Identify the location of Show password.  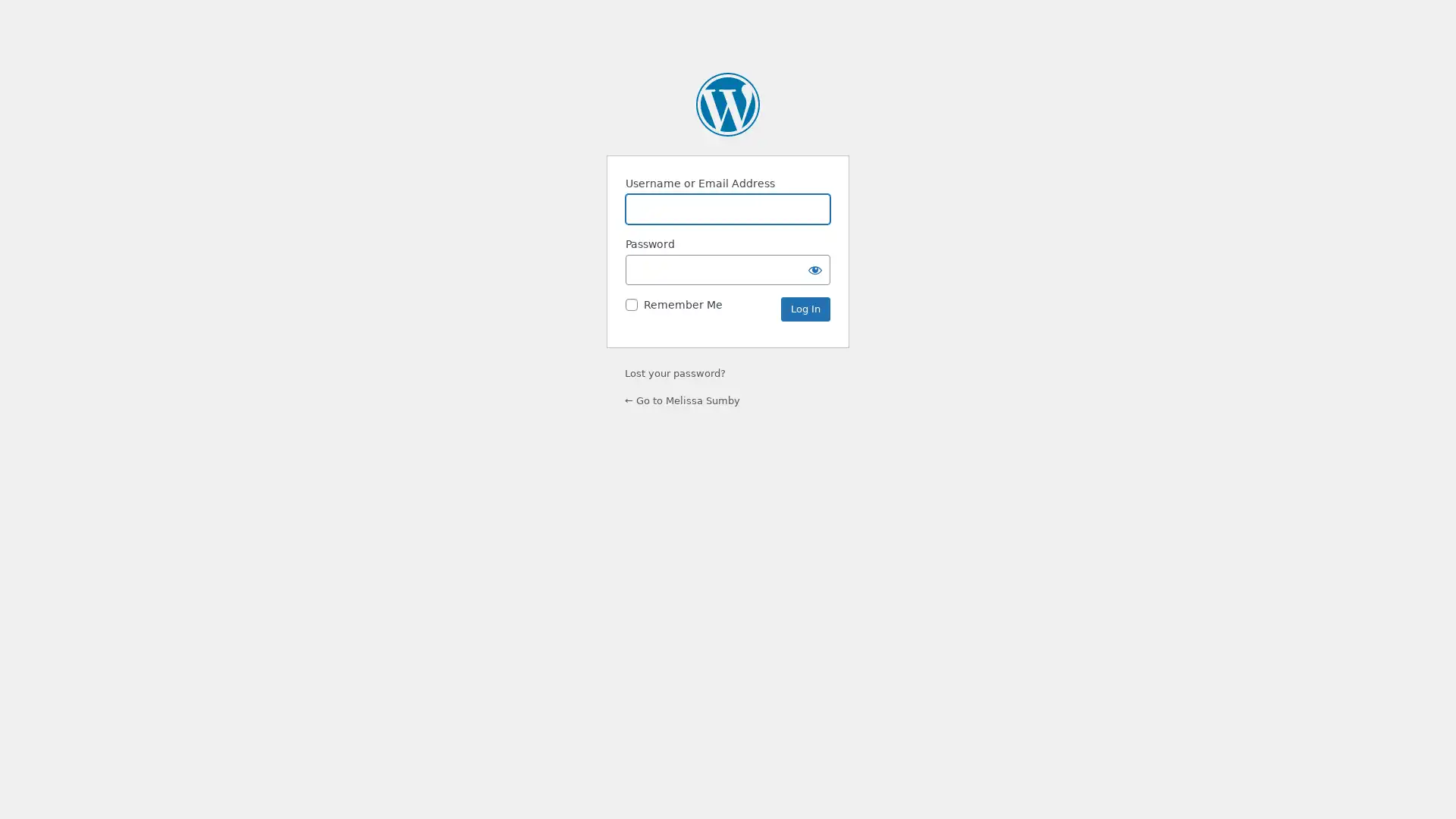
(814, 268).